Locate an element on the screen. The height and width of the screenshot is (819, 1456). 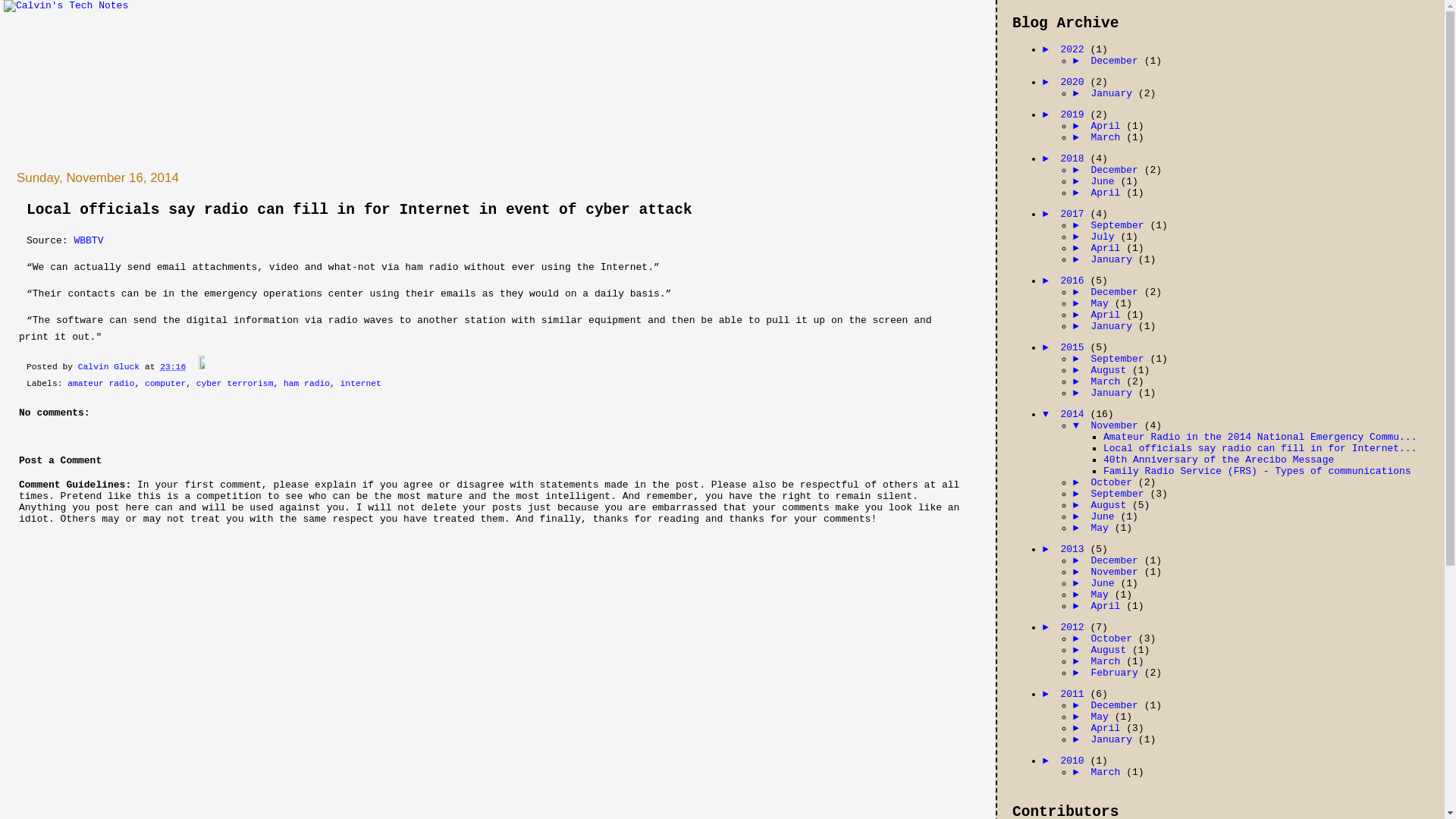
'December' is located at coordinates (1117, 60).